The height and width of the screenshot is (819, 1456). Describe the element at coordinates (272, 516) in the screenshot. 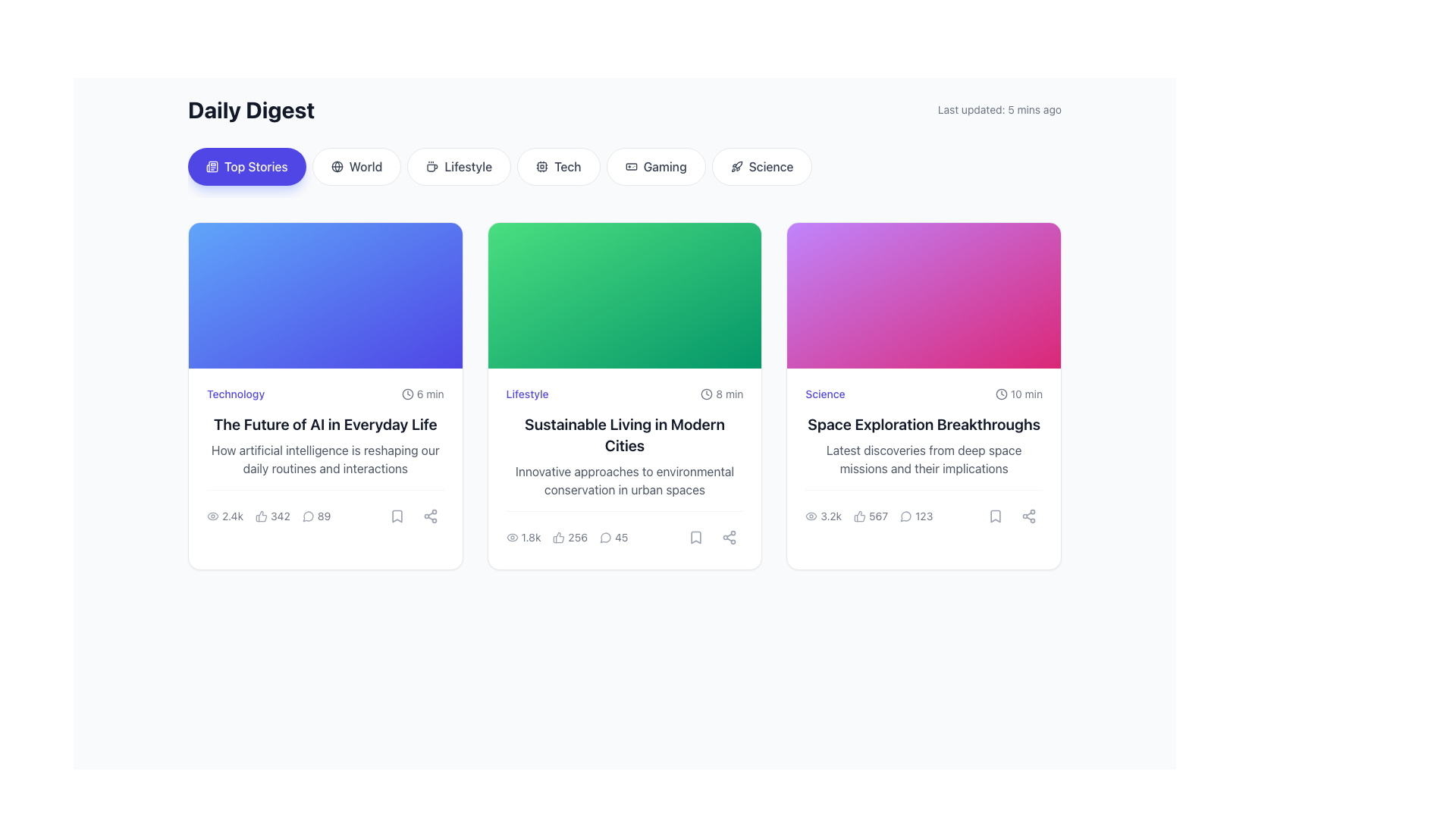

I see `text value '342' displayed in the gray text label adjacent to the thumbs-up icon in the statistics section under the content card` at that location.